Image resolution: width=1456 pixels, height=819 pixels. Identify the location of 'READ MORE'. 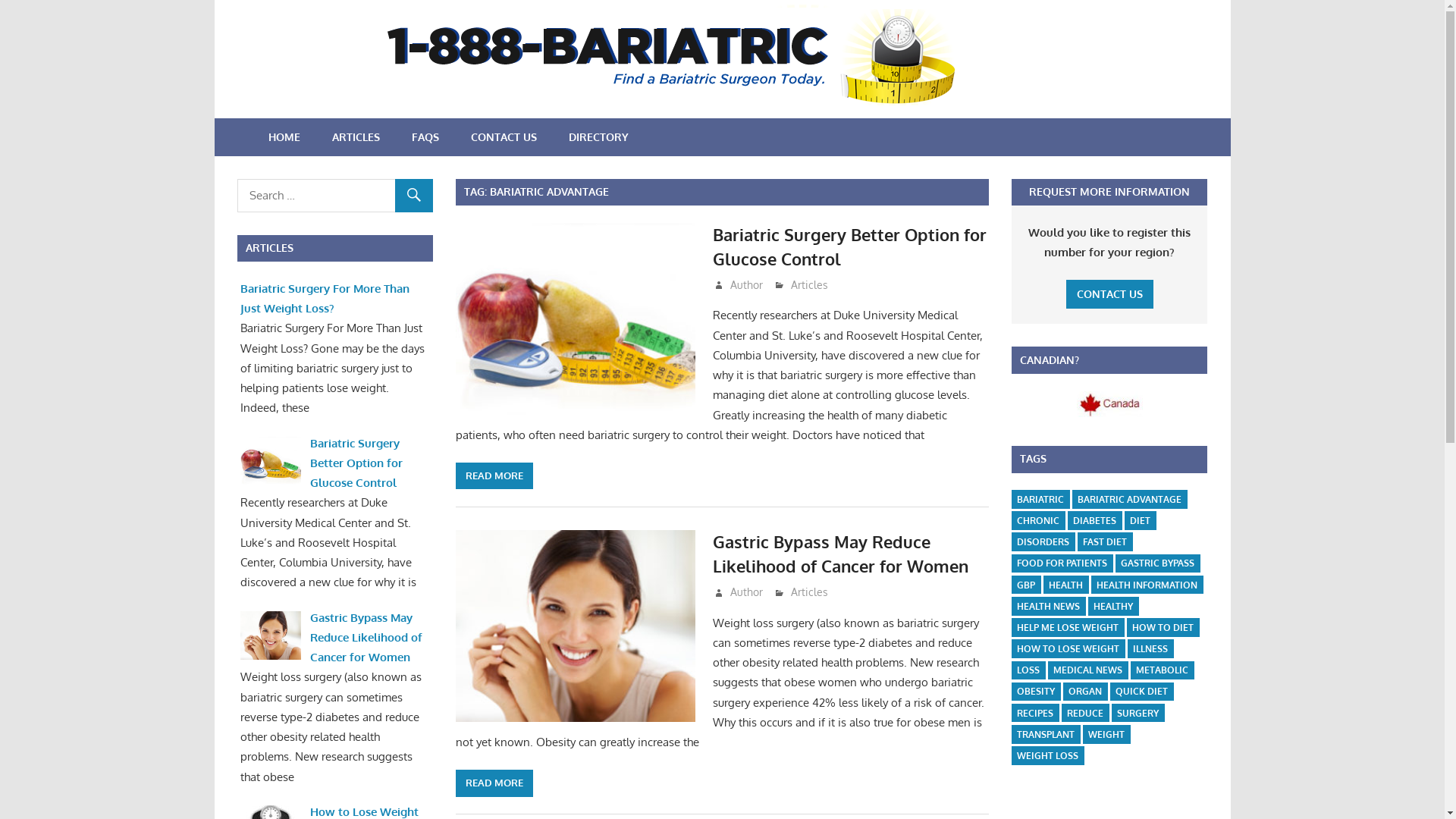
(494, 475).